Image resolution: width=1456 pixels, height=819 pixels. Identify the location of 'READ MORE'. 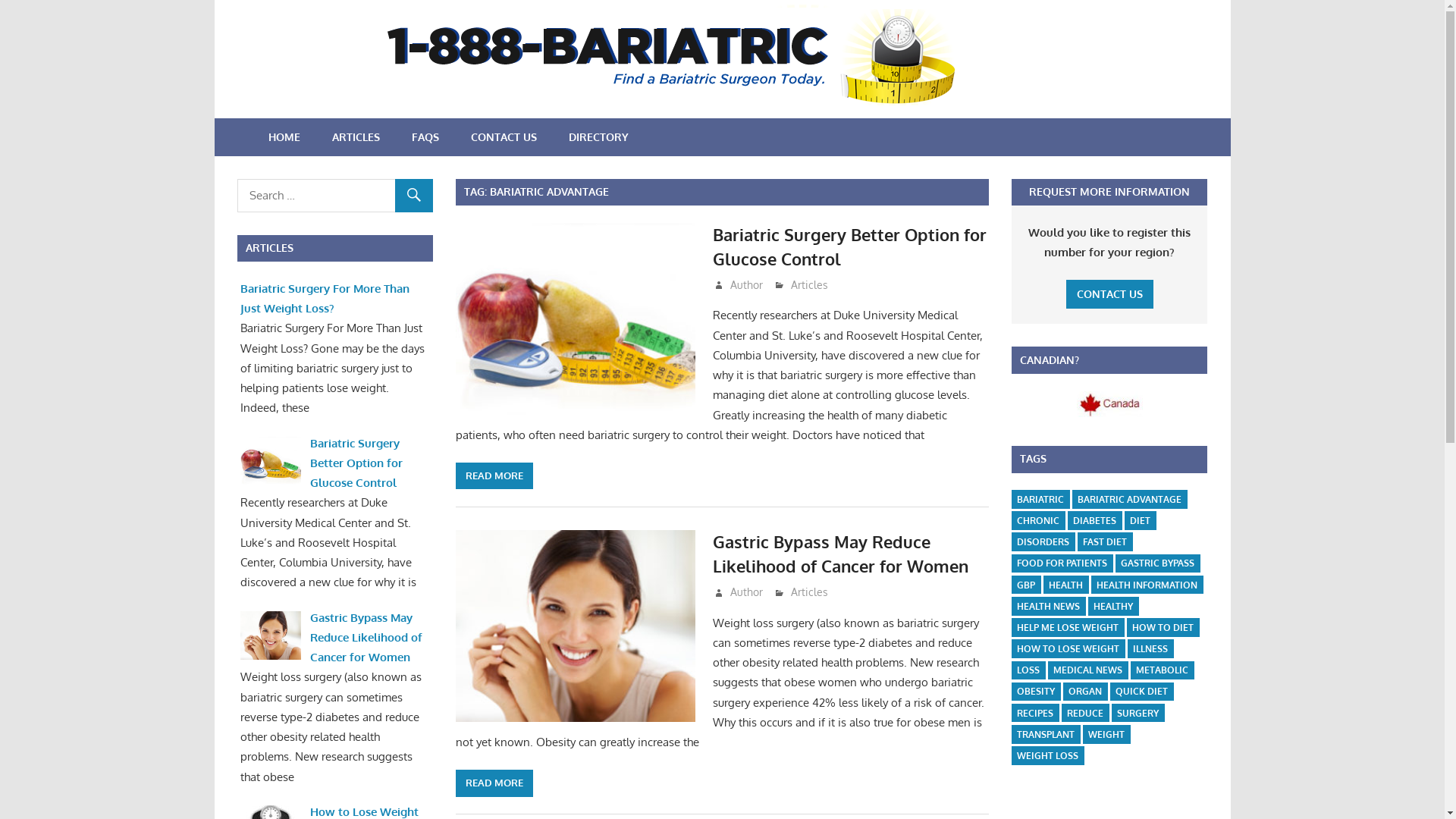
(494, 475).